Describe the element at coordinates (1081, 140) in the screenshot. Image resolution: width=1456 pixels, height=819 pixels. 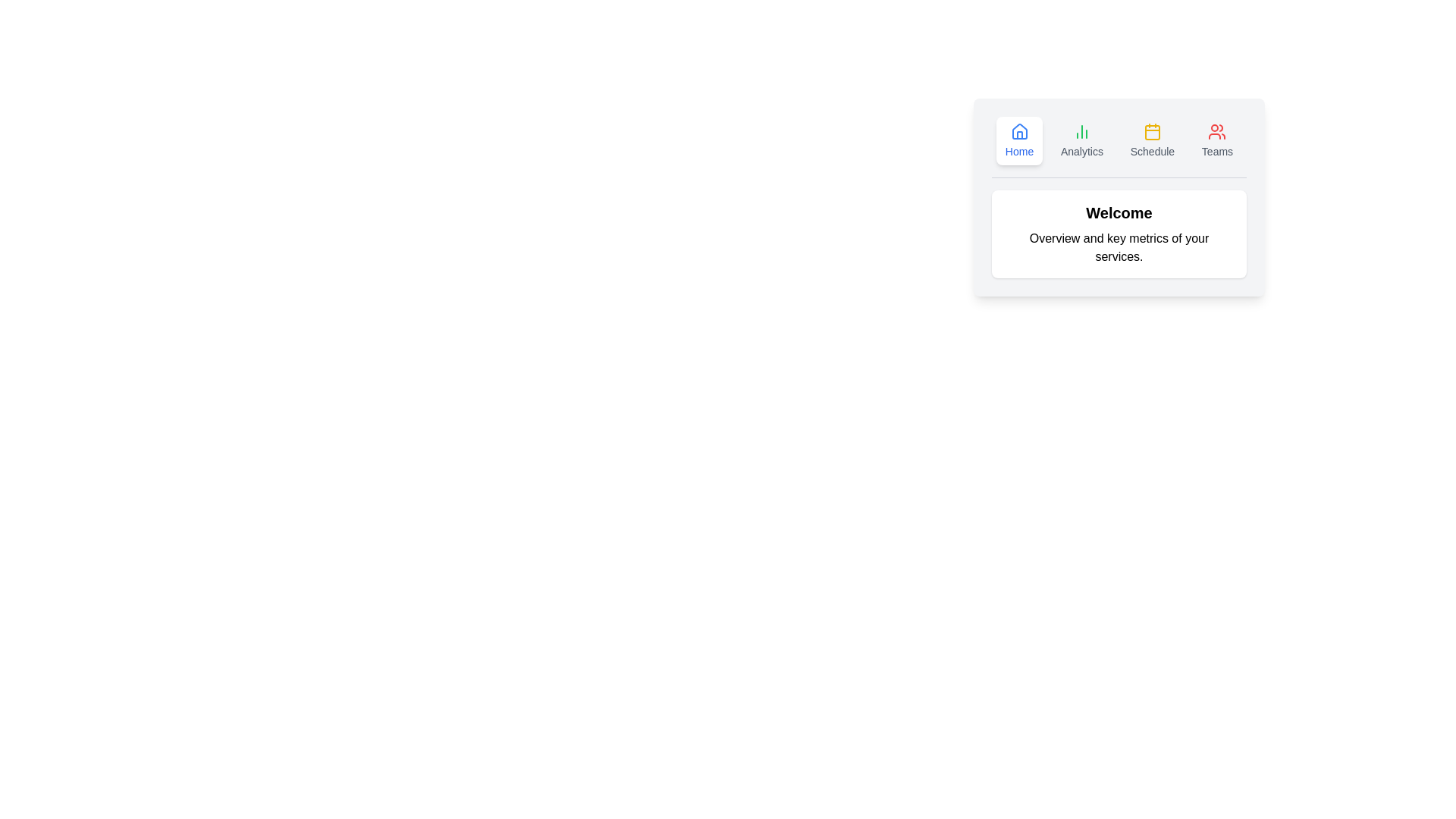
I see `the second navigation button in the bar, which is located between 'Home' and 'Schedule'` at that location.